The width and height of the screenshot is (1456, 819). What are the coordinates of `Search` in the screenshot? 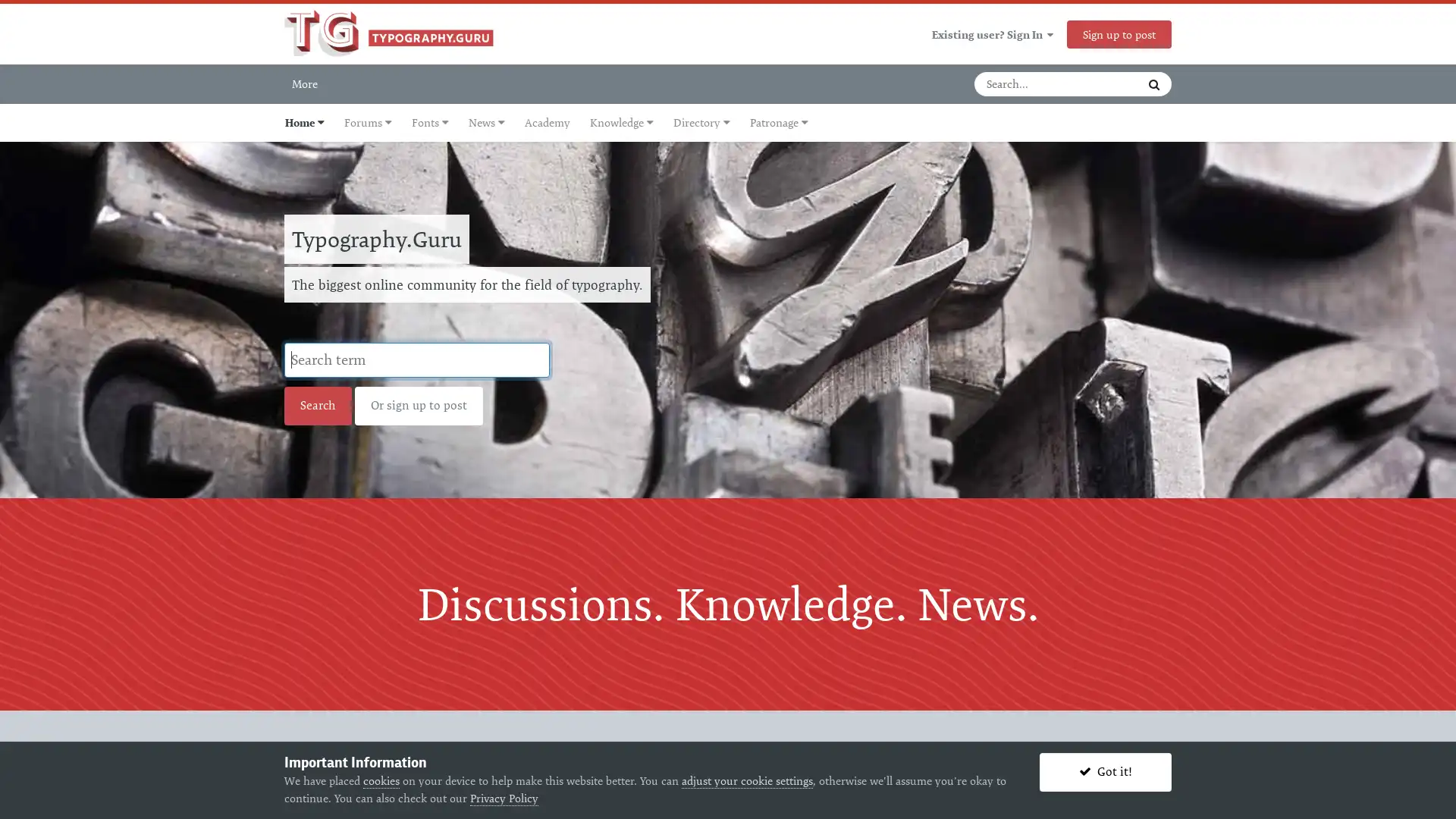 It's located at (317, 405).